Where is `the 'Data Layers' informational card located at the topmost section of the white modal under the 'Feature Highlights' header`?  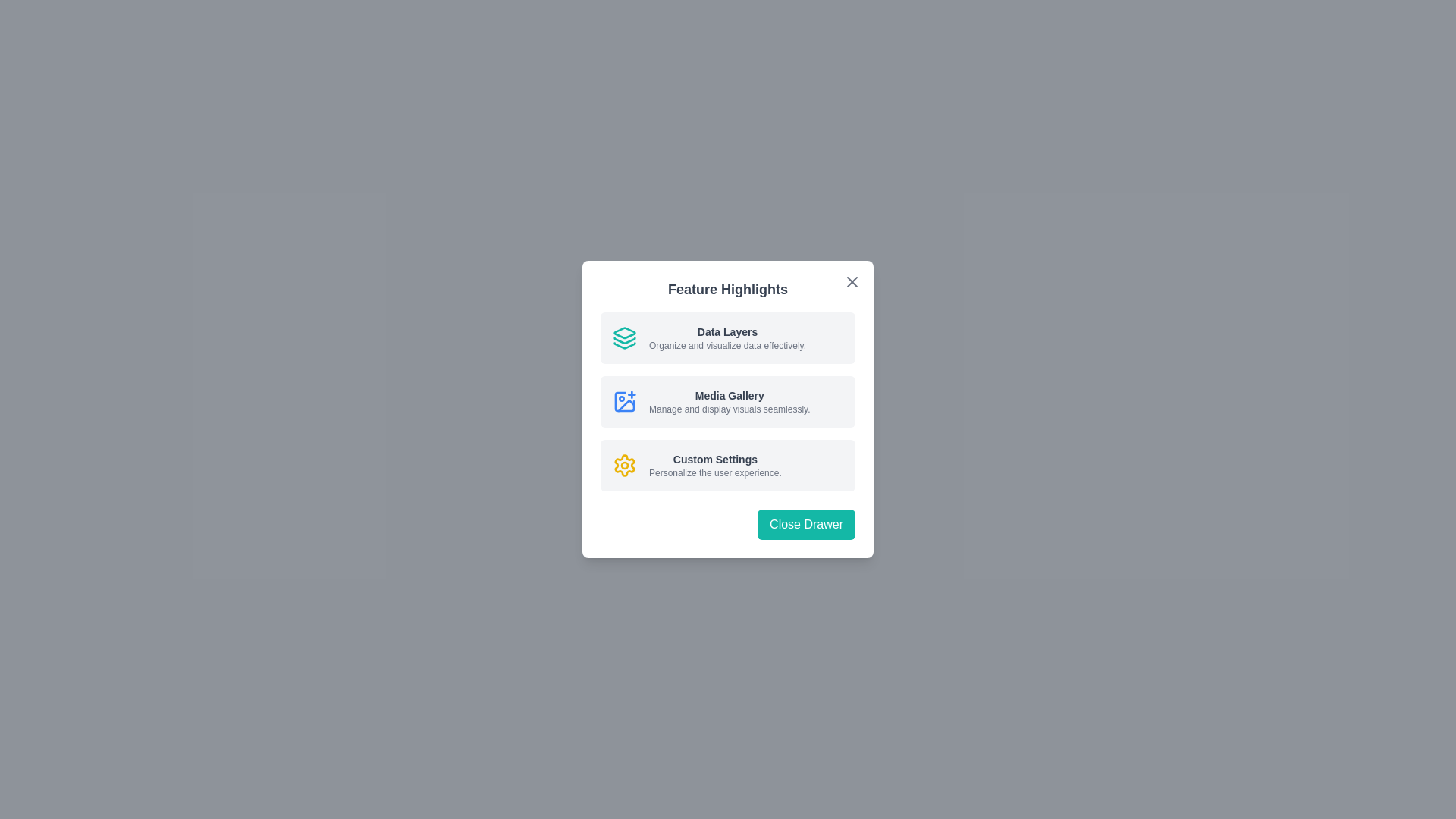 the 'Data Layers' informational card located at the topmost section of the white modal under the 'Feature Highlights' header is located at coordinates (728, 337).